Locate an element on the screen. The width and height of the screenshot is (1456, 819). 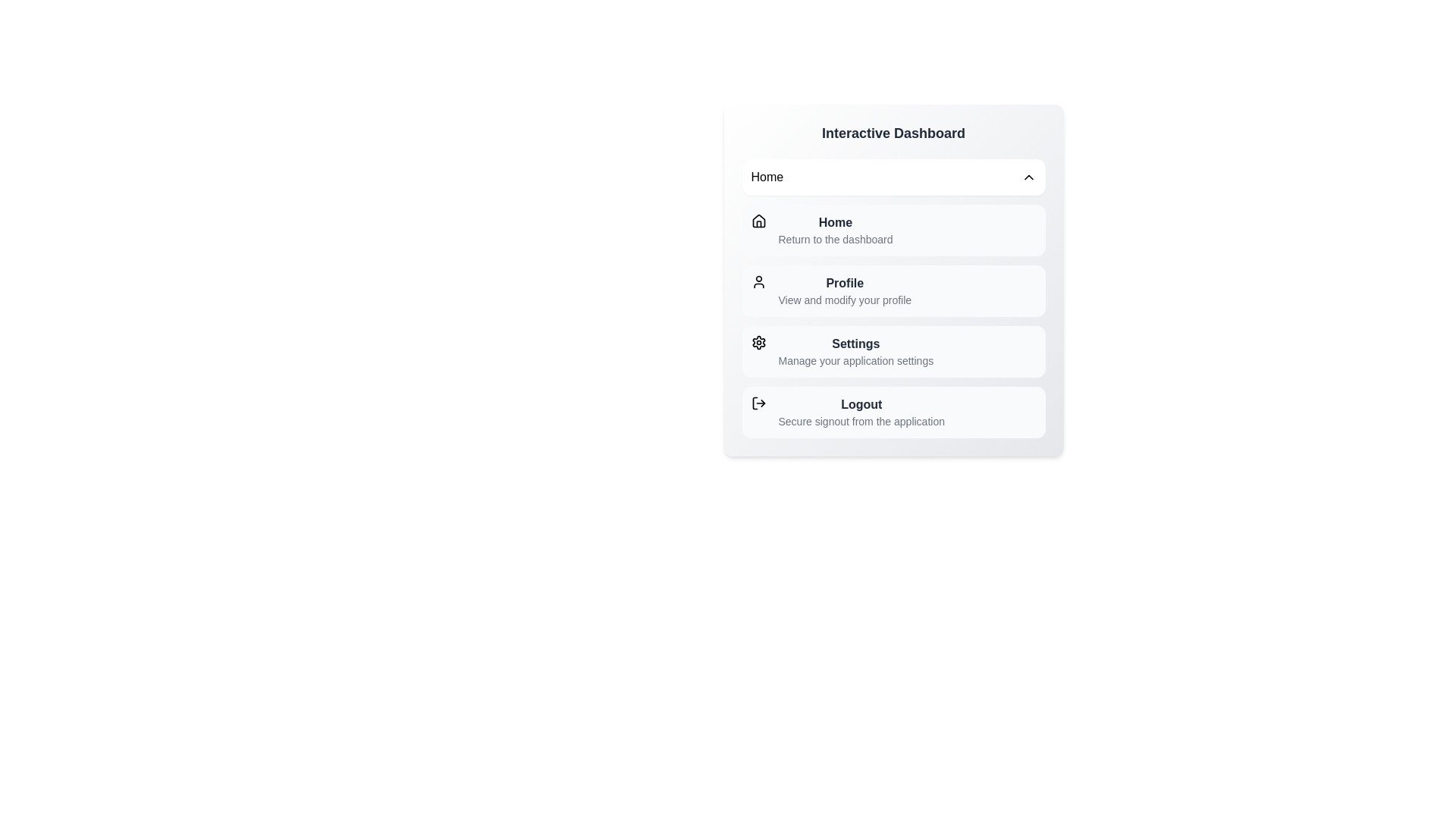
the header text of the Interactive Dashboard to focus on it is located at coordinates (893, 133).